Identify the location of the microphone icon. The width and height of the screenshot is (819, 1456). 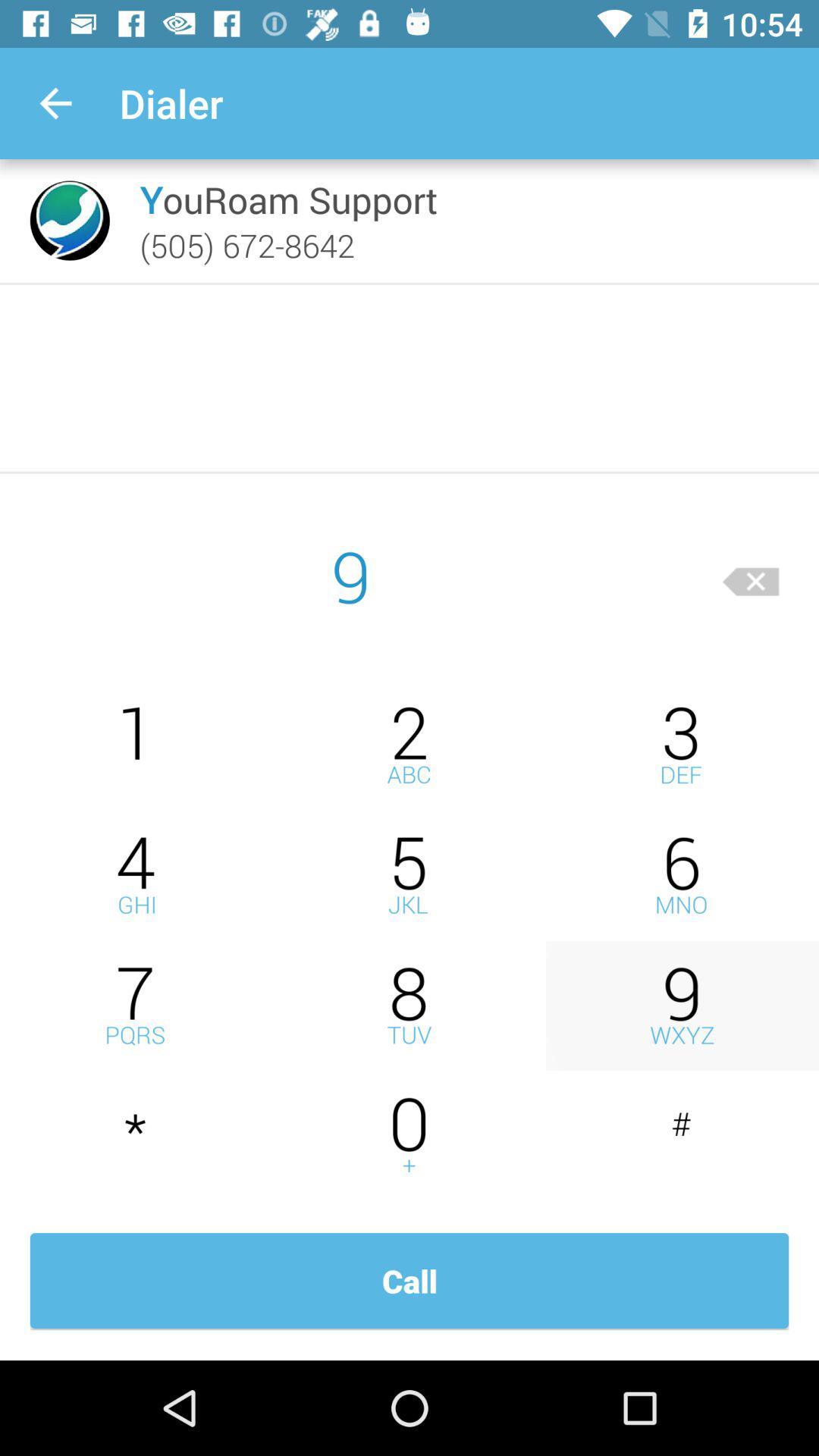
(681, 1006).